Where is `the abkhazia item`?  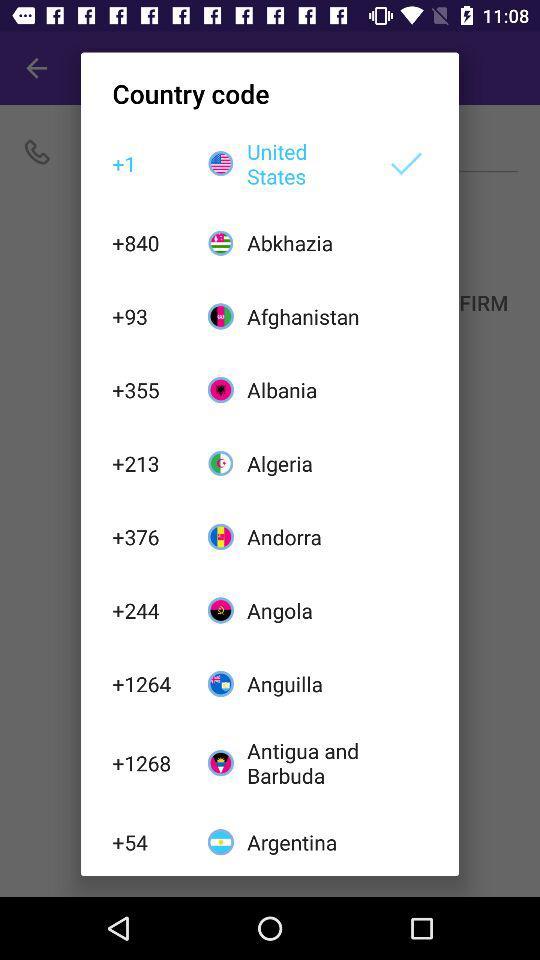
the abkhazia item is located at coordinates (305, 241).